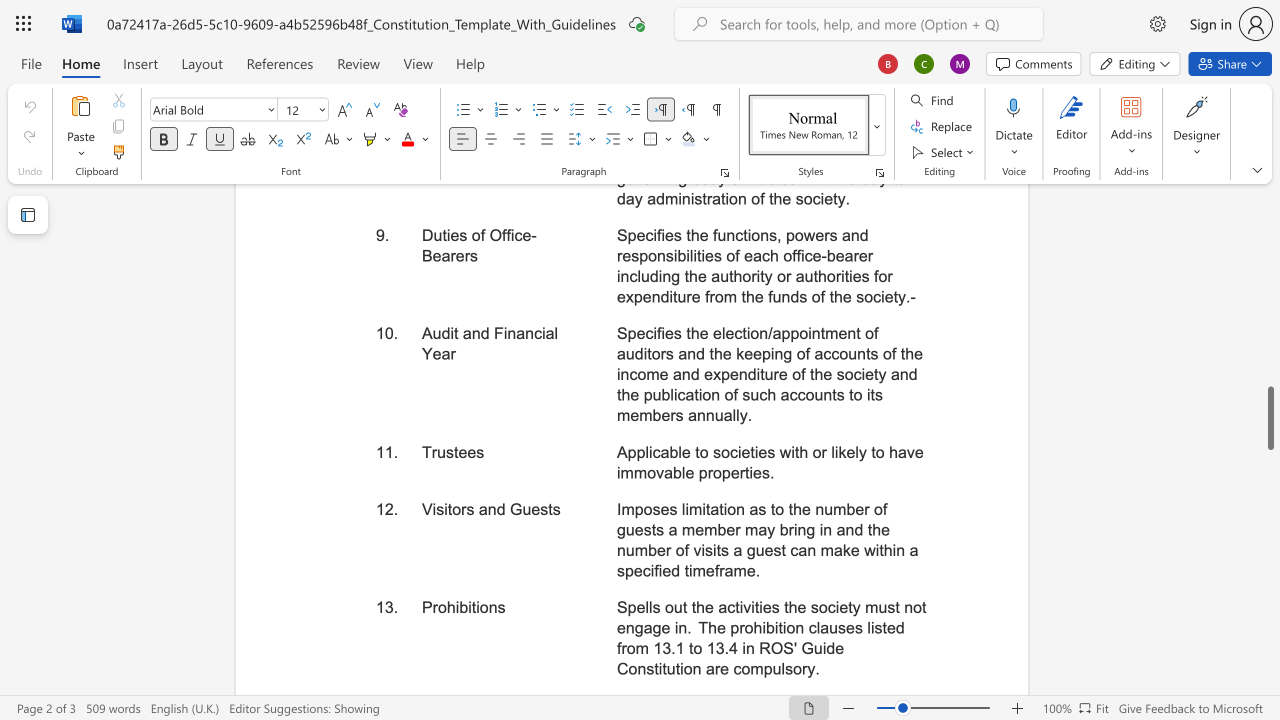 The image size is (1280, 720). What do you see at coordinates (1269, 400) in the screenshot?
I see `the vertical scrollbar to raise the page content` at bounding box center [1269, 400].